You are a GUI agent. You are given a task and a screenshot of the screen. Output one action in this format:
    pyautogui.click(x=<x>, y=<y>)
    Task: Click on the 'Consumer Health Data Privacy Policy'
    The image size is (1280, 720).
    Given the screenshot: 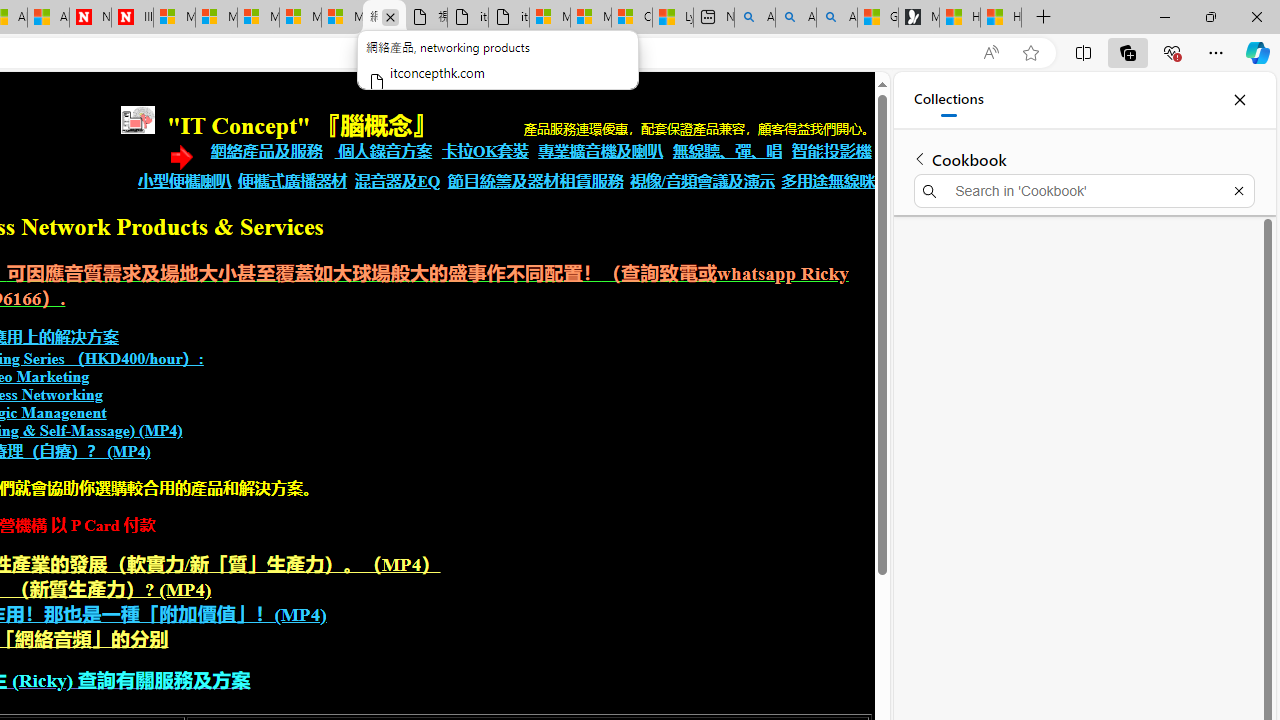 What is the action you would take?
    pyautogui.click(x=630, y=17)
    